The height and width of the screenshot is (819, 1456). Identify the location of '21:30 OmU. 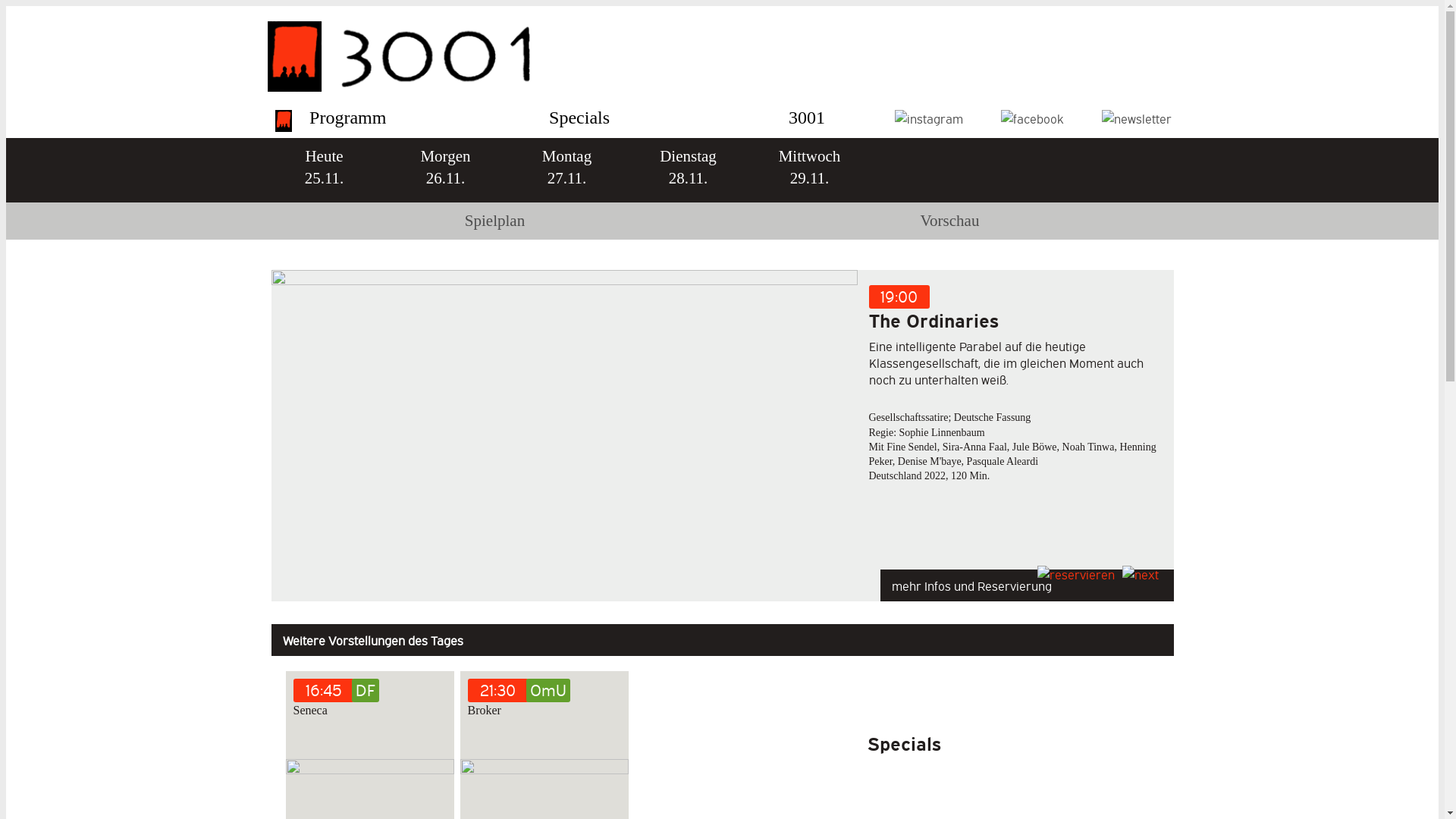
(543, 701).